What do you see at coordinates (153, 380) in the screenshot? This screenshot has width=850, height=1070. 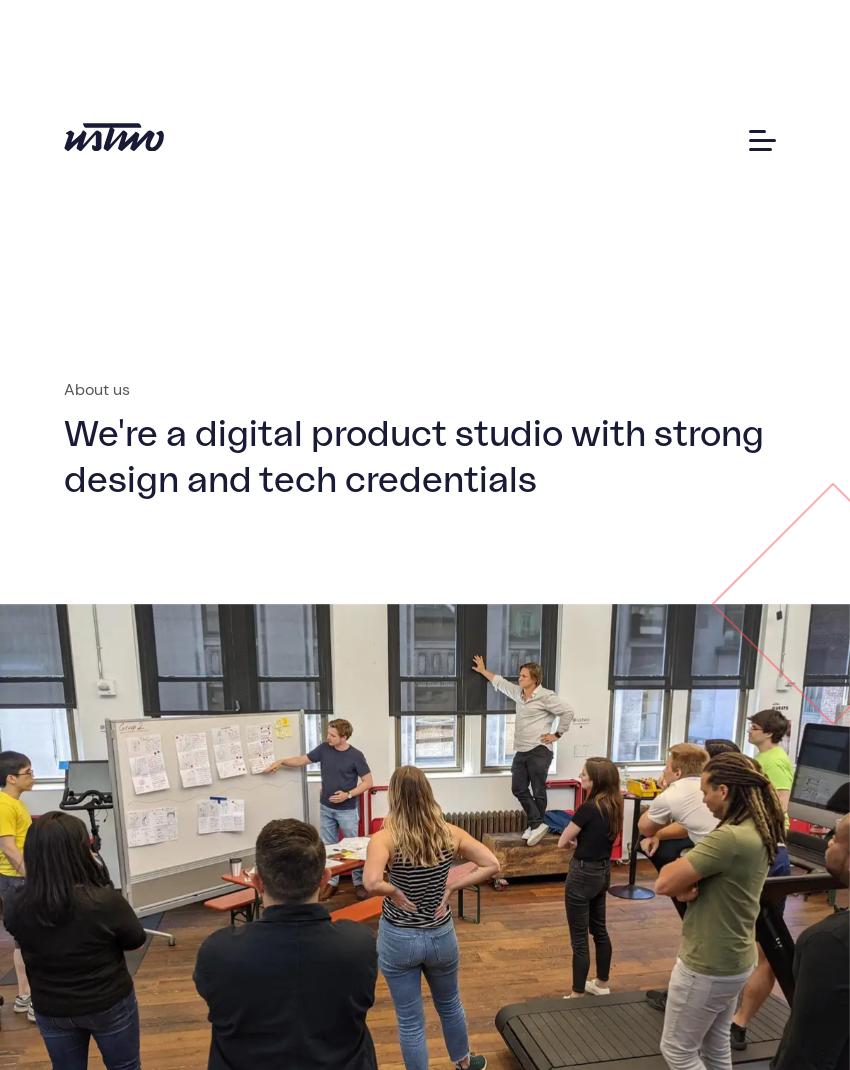 I see `'Employee Owned'` at bounding box center [153, 380].